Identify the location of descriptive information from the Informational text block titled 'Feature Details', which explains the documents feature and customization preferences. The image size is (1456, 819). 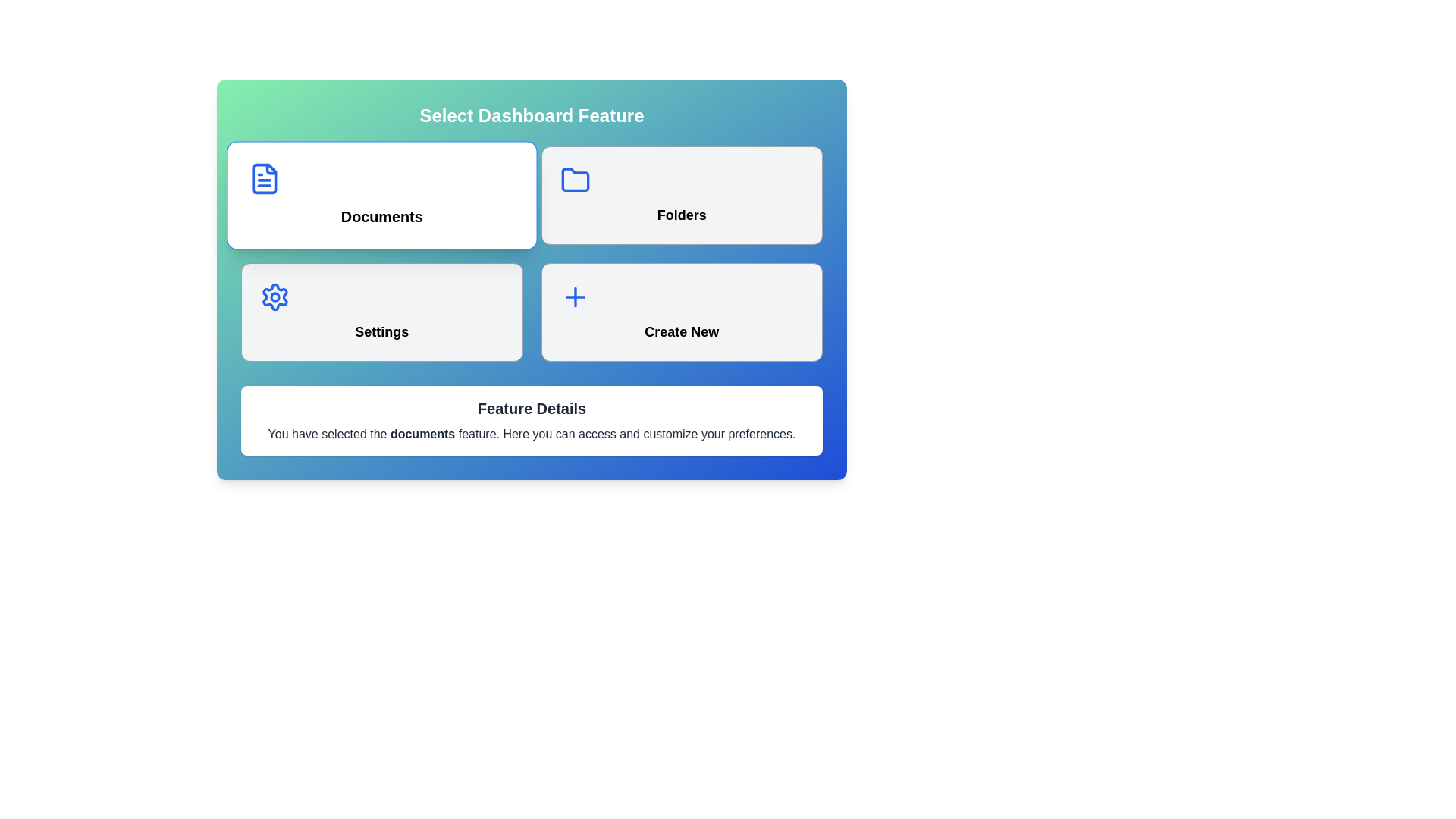
(532, 421).